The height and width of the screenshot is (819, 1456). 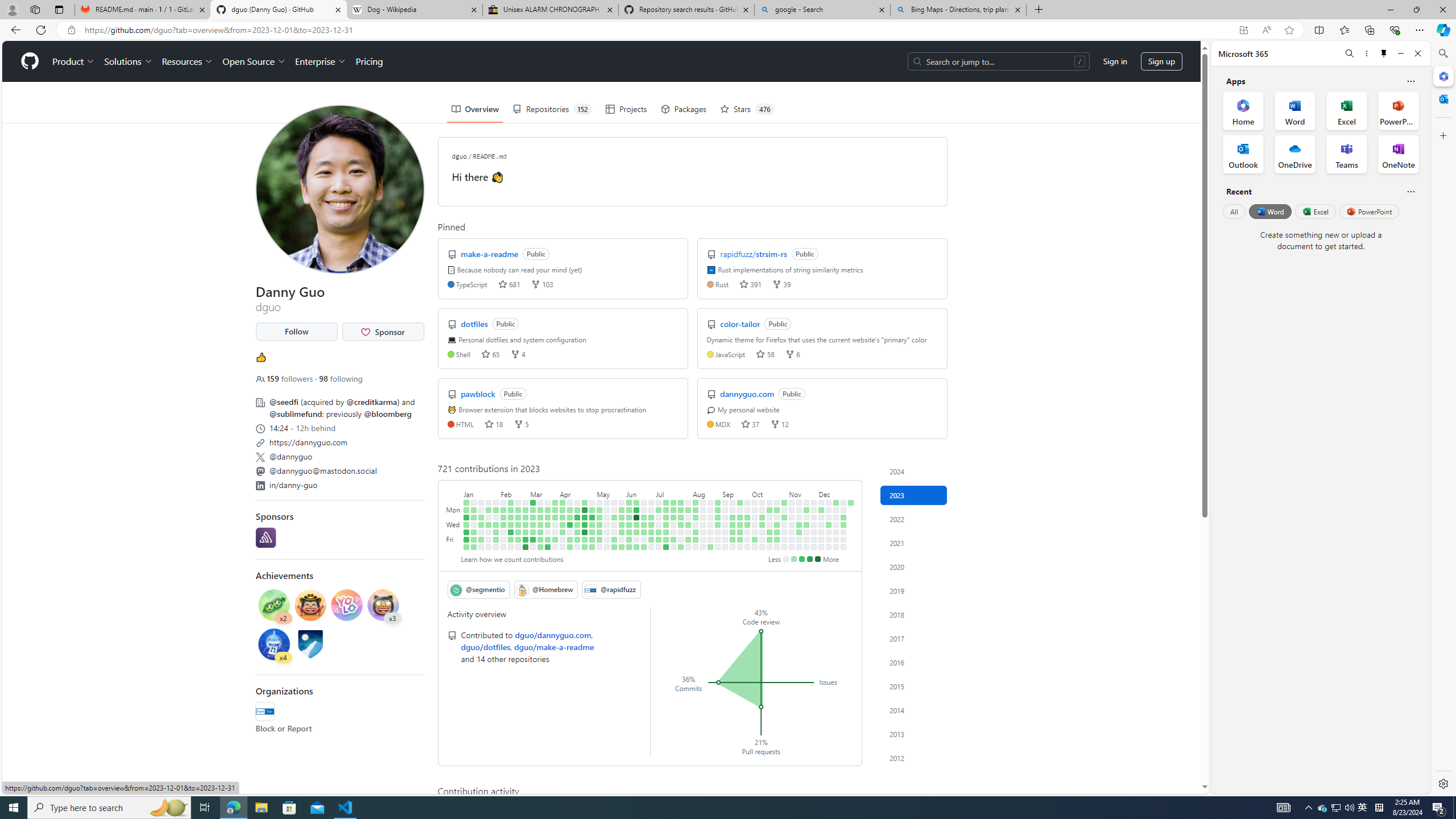 What do you see at coordinates (585, 531) in the screenshot?
I see `'19 contributions on April 27th.'` at bounding box center [585, 531].